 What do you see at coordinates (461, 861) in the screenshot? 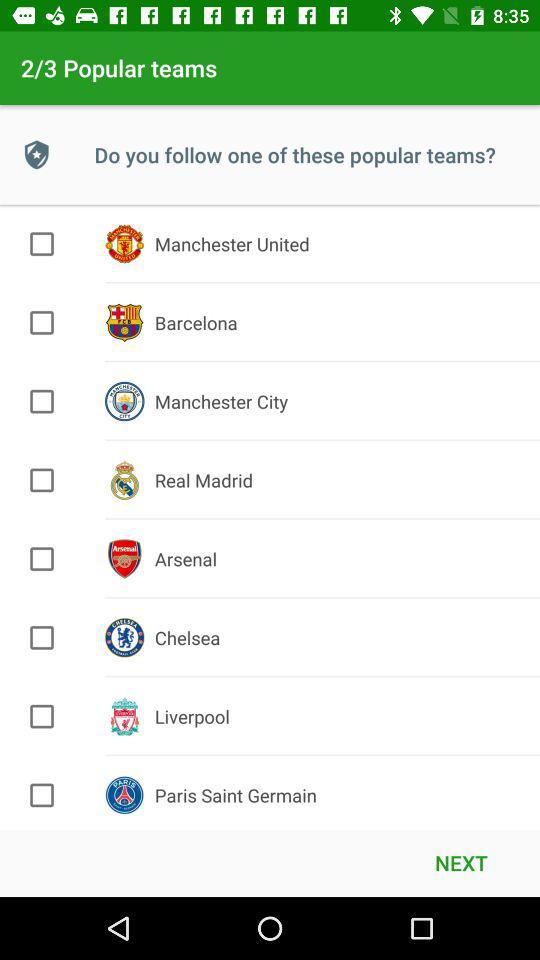
I see `the icon next to paris saint germain item` at bounding box center [461, 861].